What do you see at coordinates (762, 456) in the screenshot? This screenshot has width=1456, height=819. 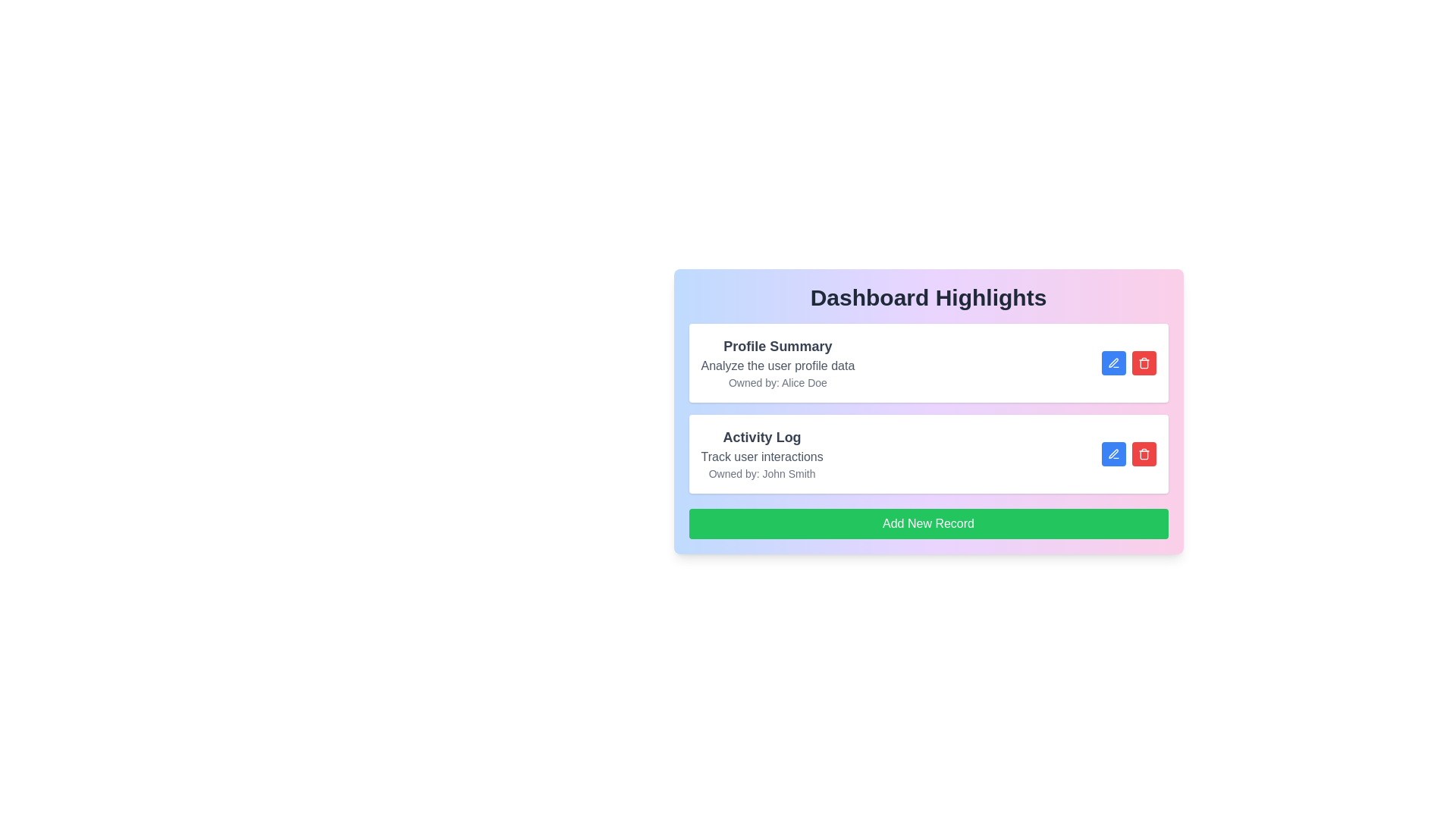 I see `the static text label that informs users about the purpose of the 'Activity Log' section, positioned beneath the 'Activity Log' title and above the ownership information` at bounding box center [762, 456].